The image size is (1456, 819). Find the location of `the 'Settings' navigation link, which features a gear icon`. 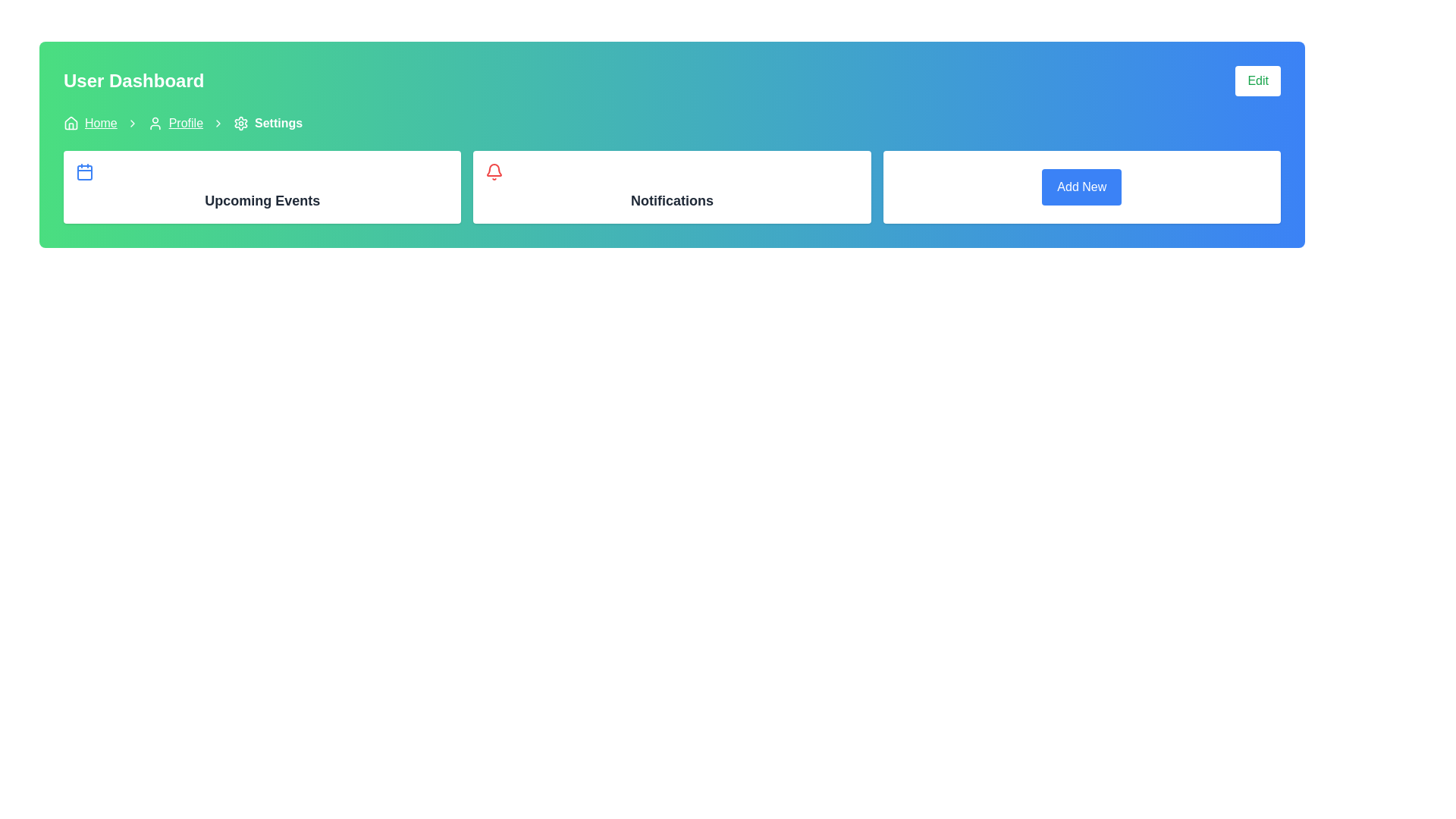

the 'Settings' navigation link, which features a gear icon is located at coordinates (268, 122).